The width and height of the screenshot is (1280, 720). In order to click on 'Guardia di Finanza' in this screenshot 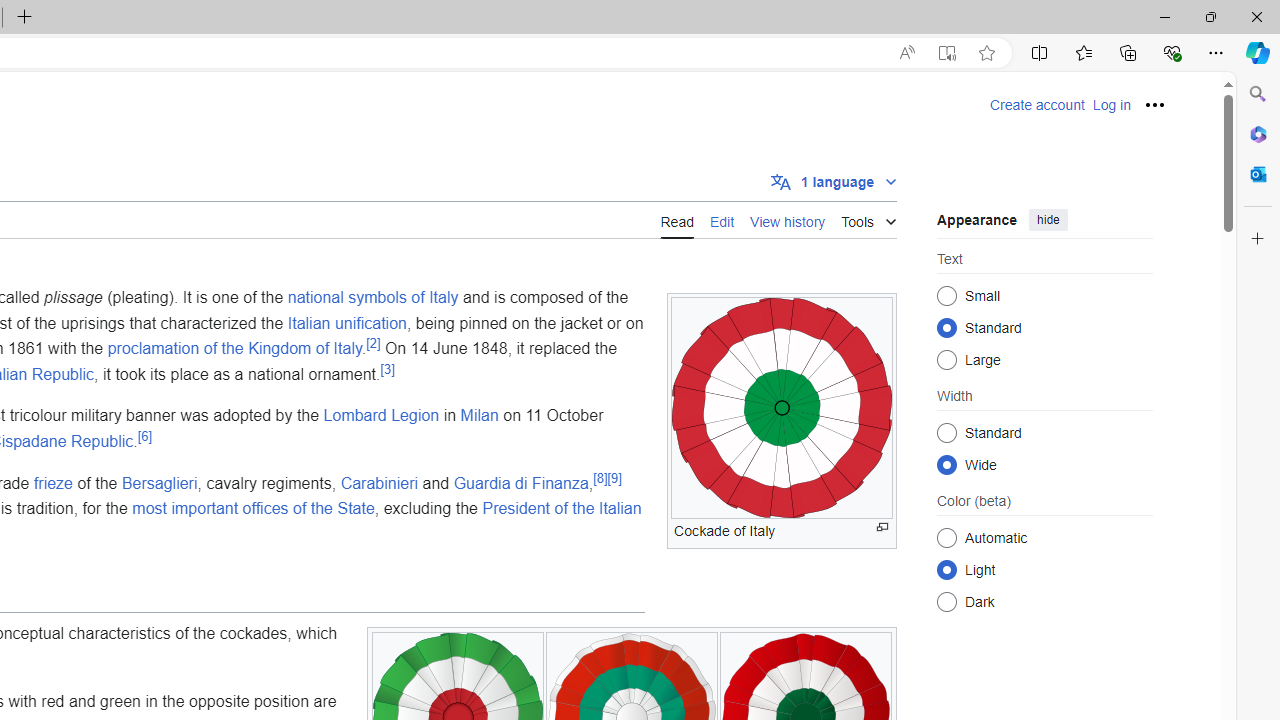, I will do `click(520, 482)`.